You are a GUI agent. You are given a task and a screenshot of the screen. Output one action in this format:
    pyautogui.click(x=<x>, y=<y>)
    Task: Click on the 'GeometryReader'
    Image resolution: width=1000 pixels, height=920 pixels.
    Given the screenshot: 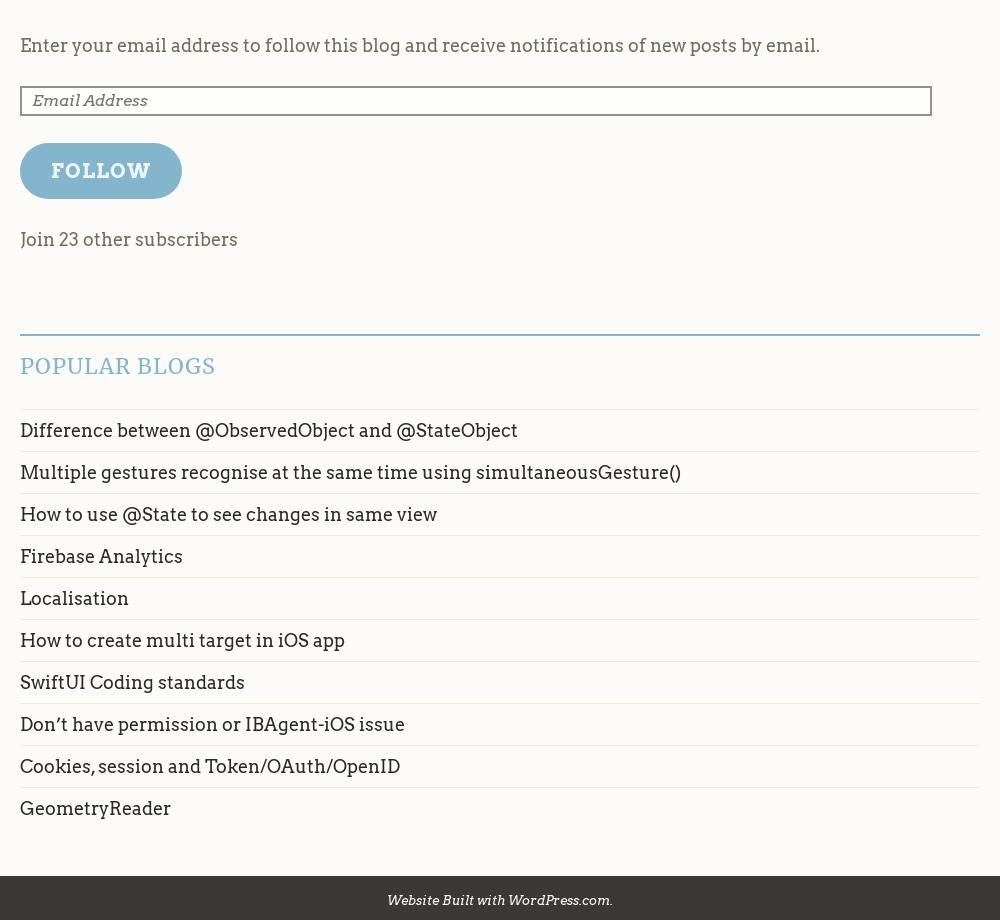 What is the action you would take?
    pyautogui.click(x=94, y=807)
    